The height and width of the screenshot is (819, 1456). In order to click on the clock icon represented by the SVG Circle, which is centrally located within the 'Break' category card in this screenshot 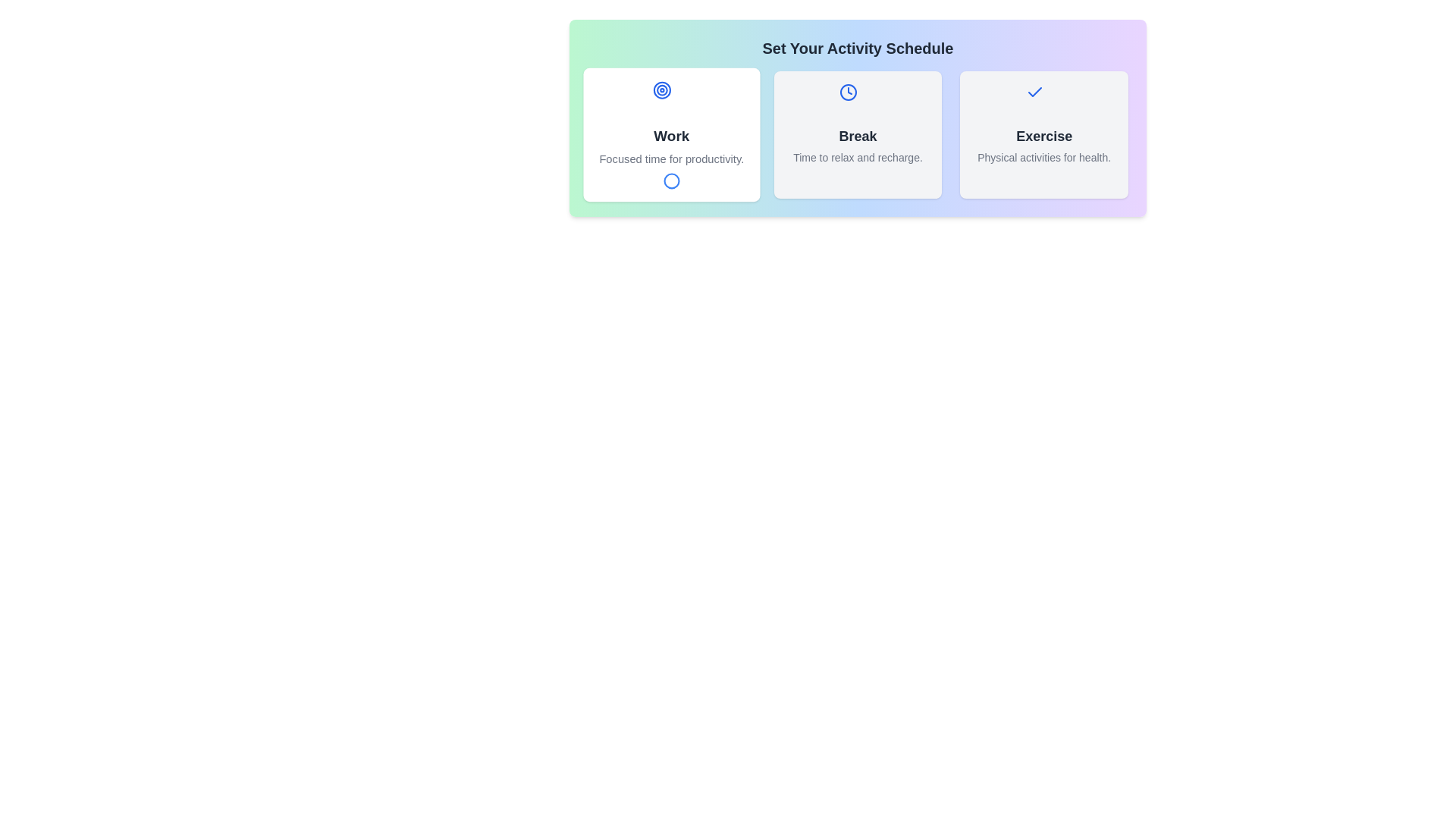, I will do `click(848, 93)`.